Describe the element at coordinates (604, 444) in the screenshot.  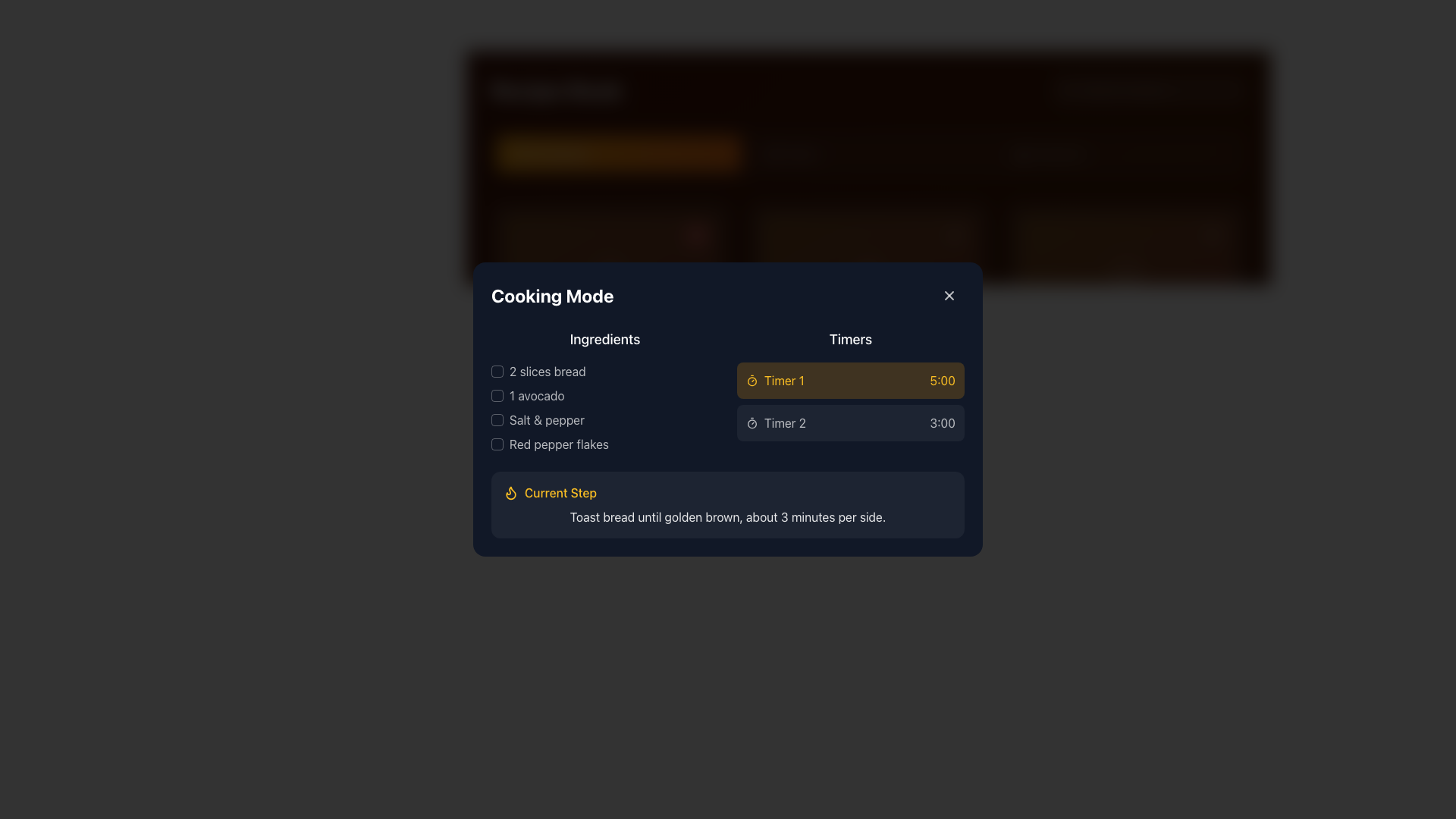
I see `the 'Red pepper flakes' text label, which is the fourth ingredient listed under the 'Ingredients' header` at that location.